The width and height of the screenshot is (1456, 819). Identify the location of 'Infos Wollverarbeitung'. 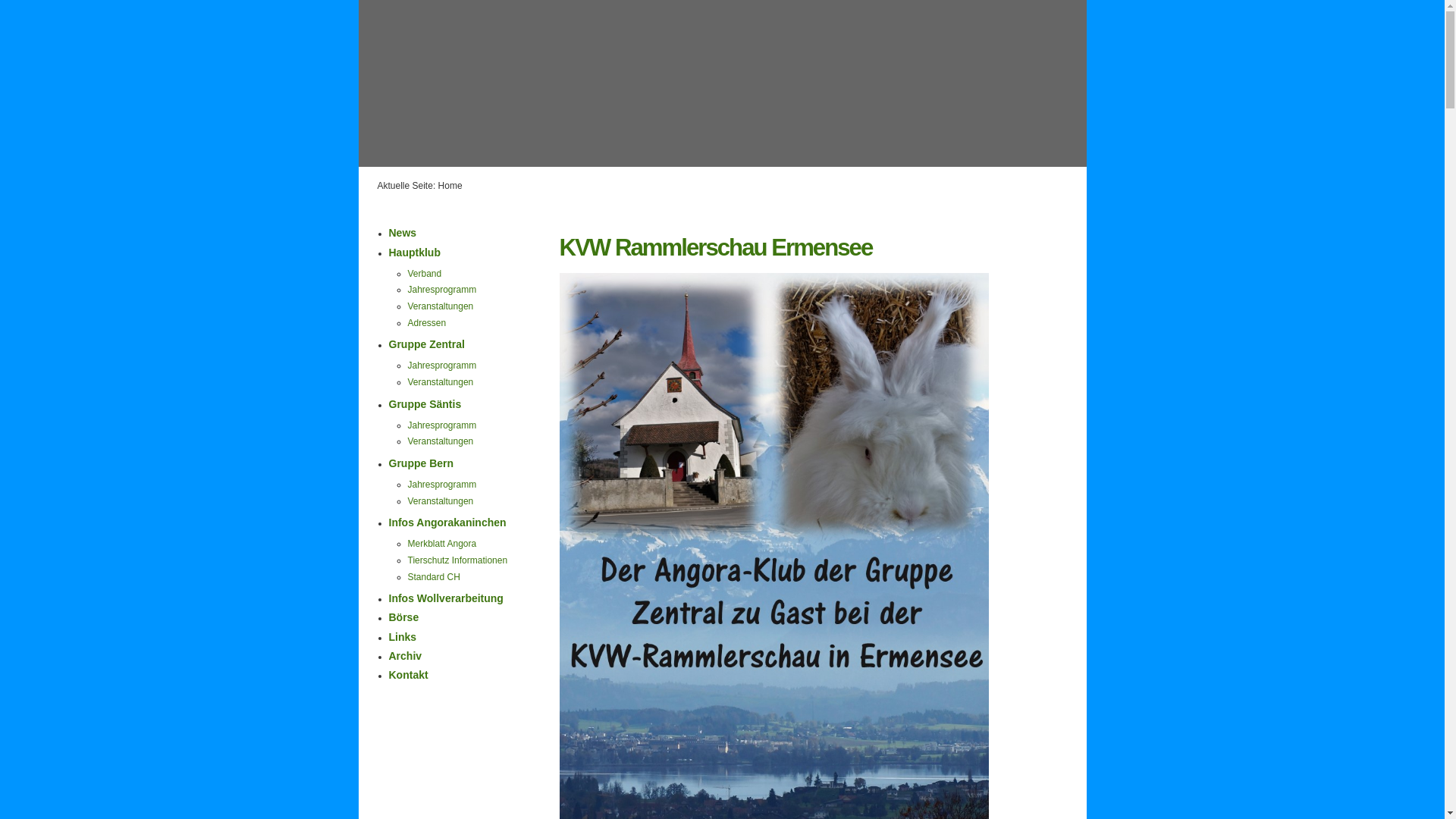
(444, 598).